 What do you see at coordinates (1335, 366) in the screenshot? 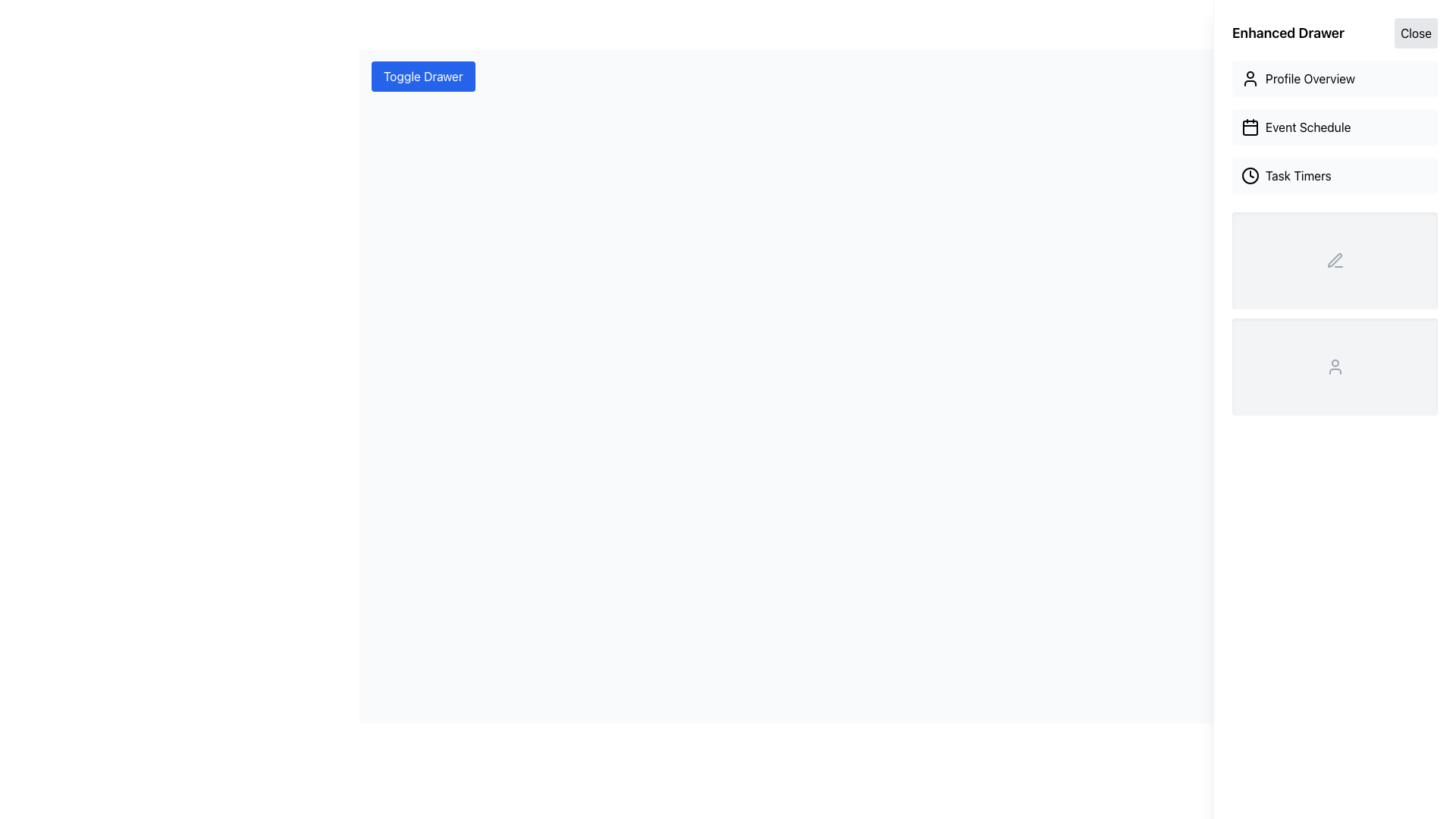
I see `the small user profile icon, which is a gray outline of a person located at the bottom right side panel` at bounding box center [1335, 366].